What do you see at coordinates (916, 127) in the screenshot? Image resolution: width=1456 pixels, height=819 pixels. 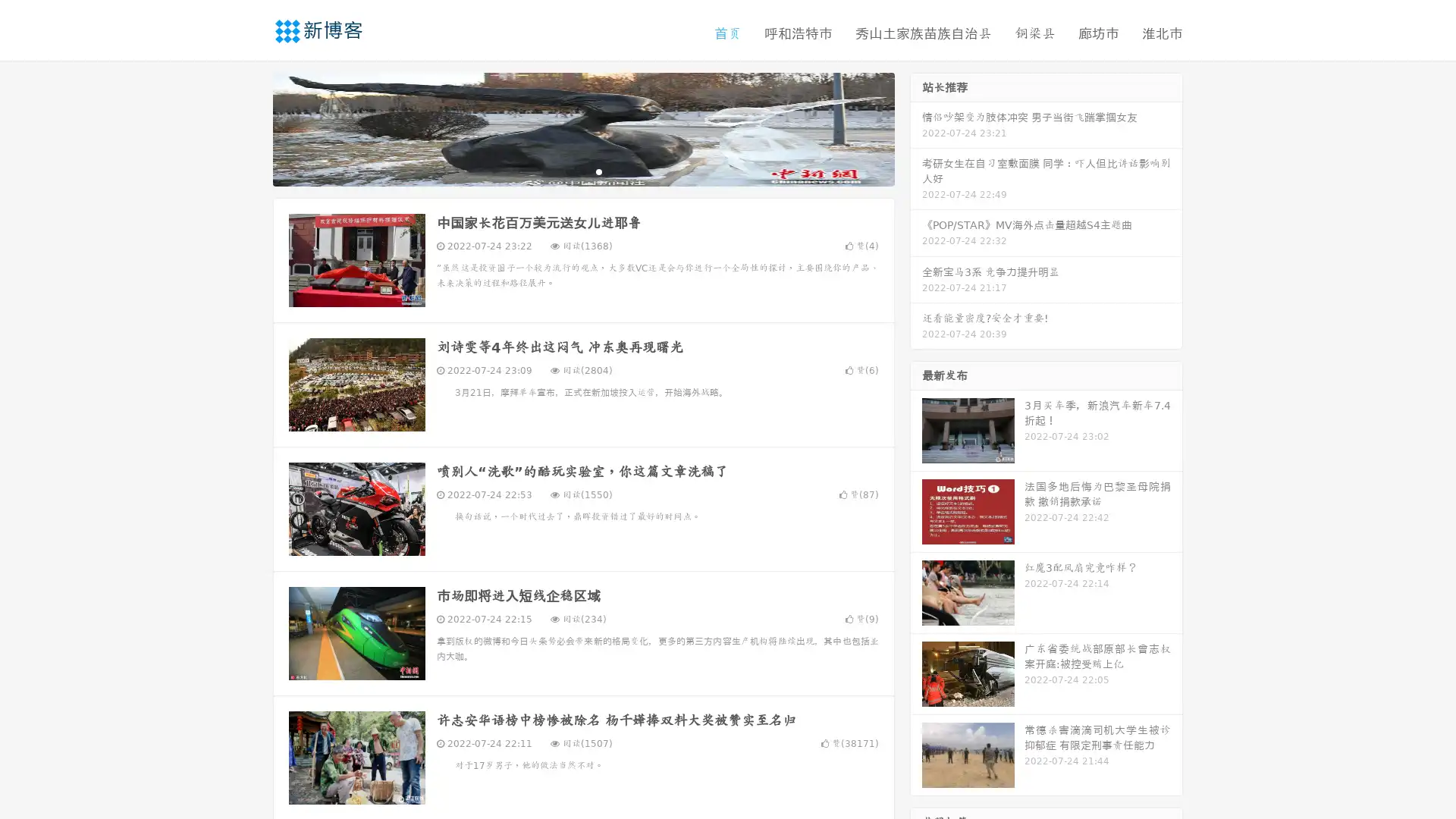 I see `Next slide` at bounding box center [916, 127].